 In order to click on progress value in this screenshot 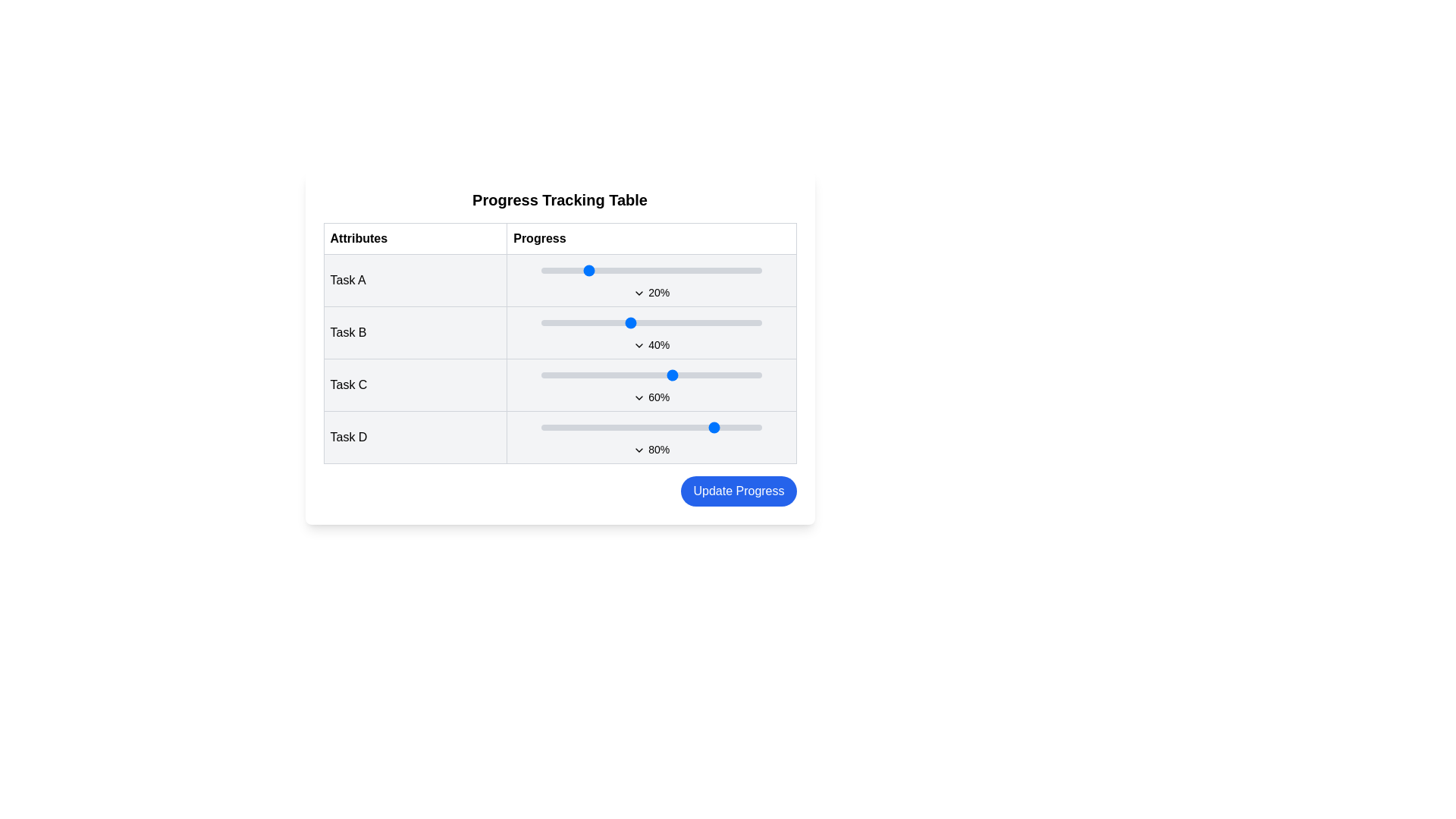, I will do `click(541, 270)`.